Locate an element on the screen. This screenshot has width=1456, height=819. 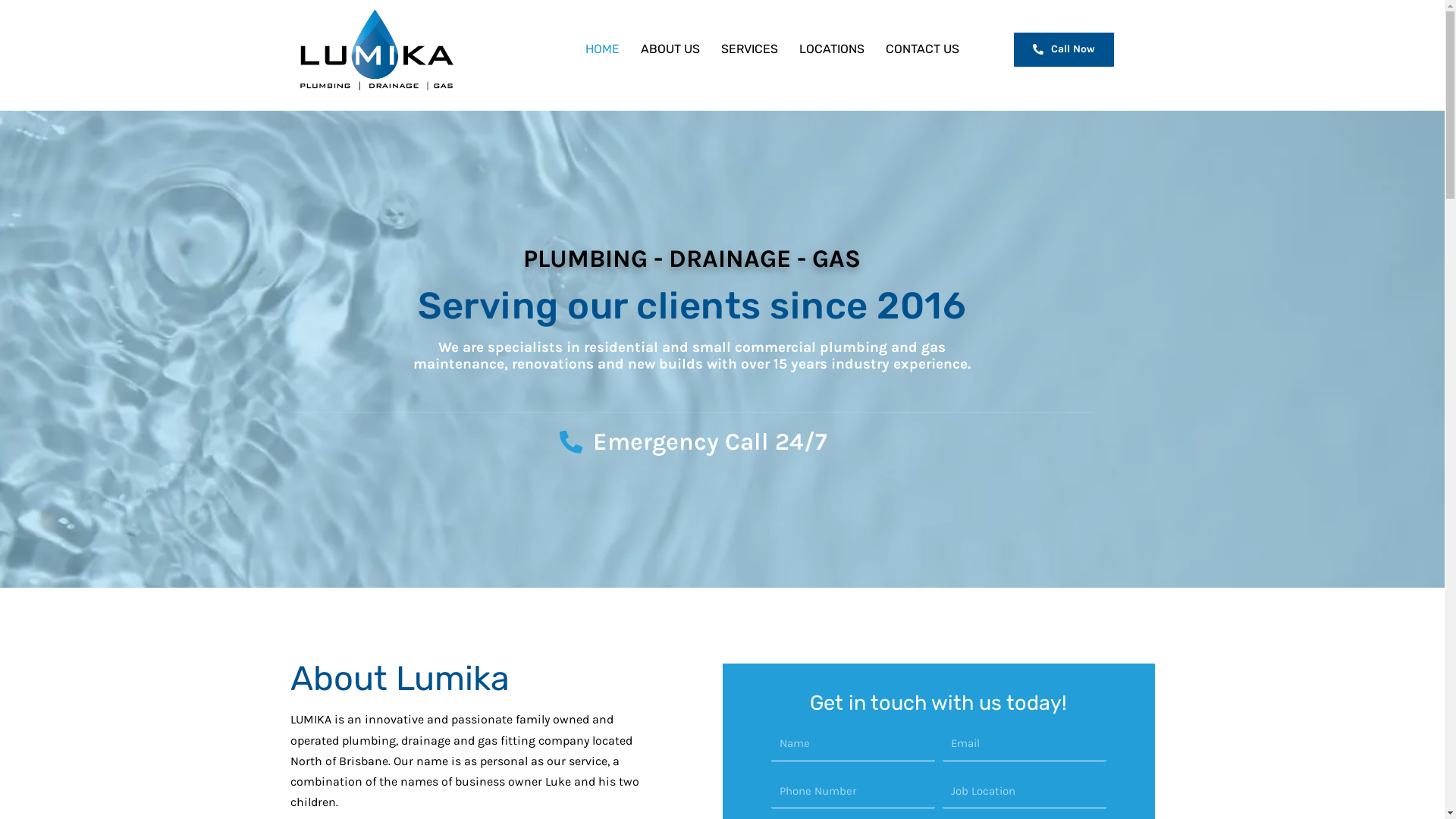
'LOCATIONS' is located at coordinates (831, 49).